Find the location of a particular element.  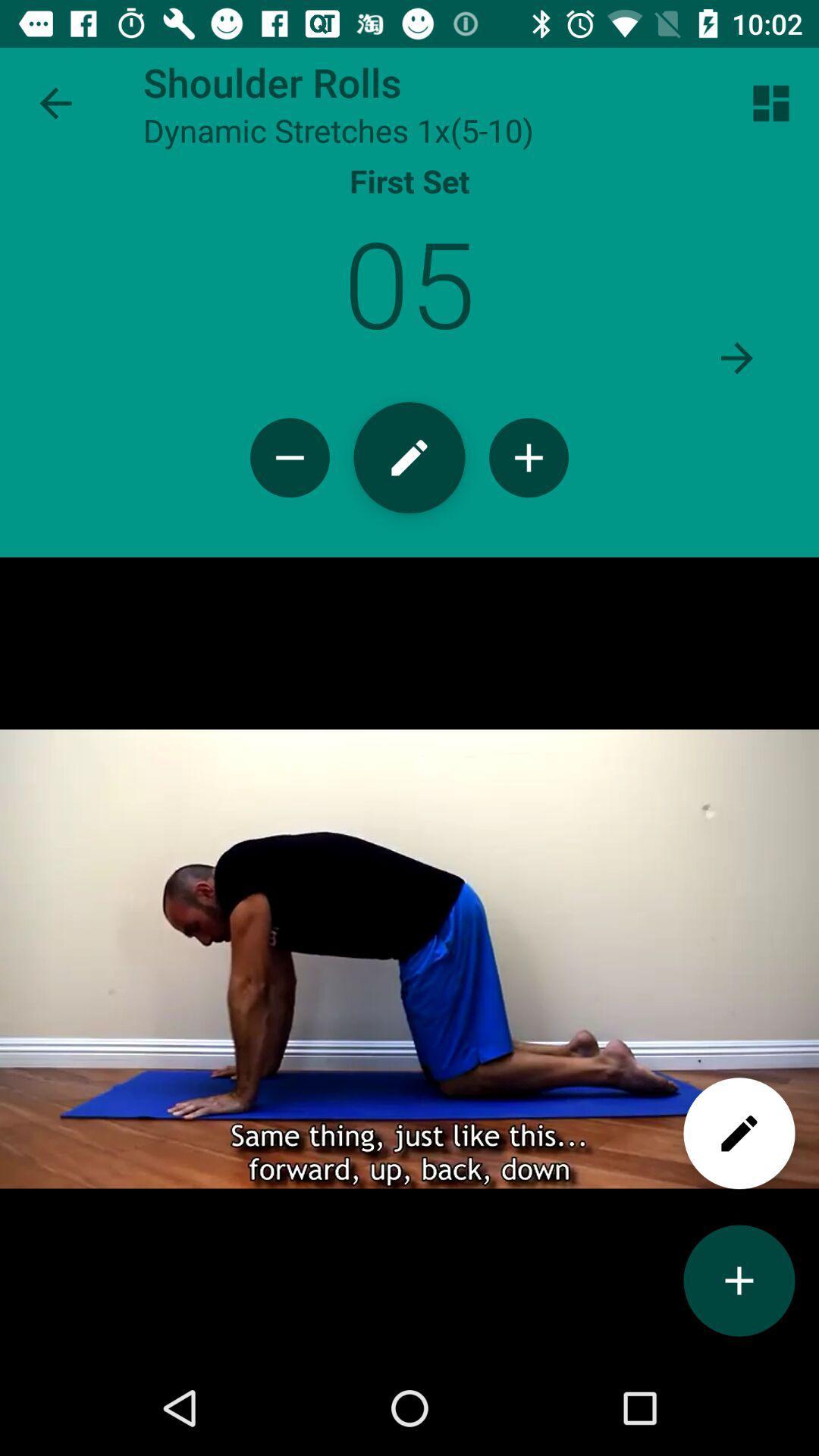

the add icon is located at coordinates (739, 1370).